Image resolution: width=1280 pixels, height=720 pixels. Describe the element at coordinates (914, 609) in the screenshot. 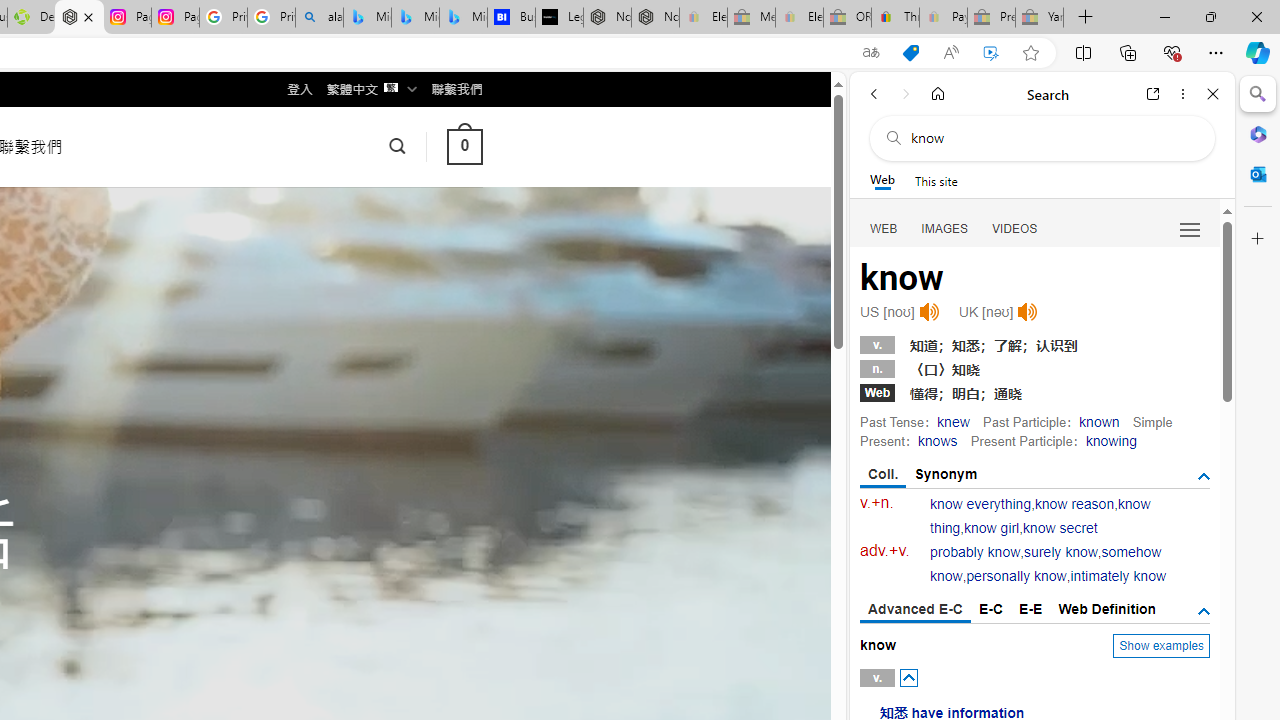

I see `'Advanced E-C'` at that location.